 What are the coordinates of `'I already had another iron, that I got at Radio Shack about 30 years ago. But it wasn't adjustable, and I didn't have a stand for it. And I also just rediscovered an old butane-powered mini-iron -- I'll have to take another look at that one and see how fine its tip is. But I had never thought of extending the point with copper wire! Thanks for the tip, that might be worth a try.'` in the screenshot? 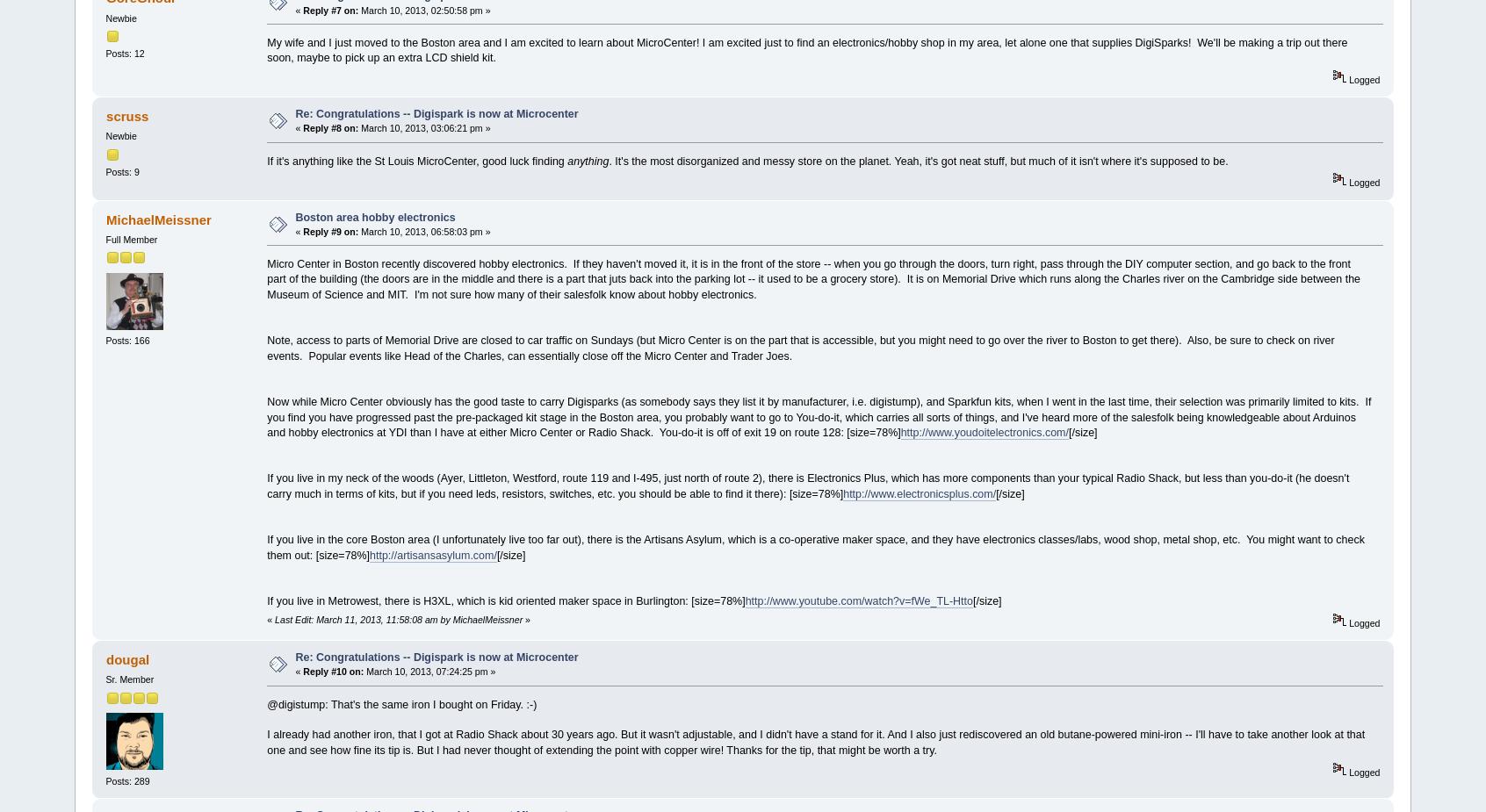 It's located at (816, 742).